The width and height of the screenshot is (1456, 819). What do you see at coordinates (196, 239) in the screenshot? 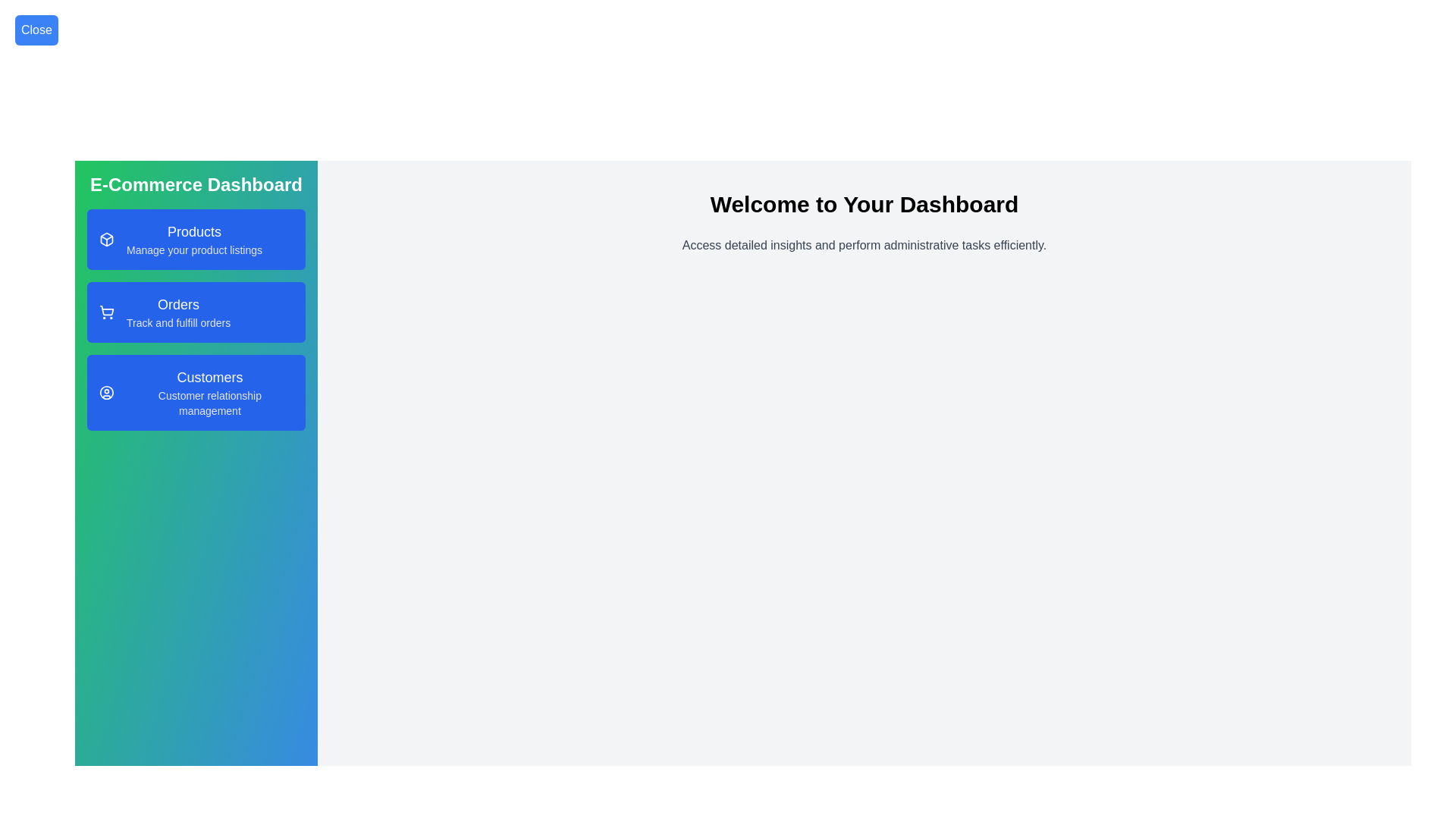
I see `the Products section from the sidebar` at bounding box center [196, 239].